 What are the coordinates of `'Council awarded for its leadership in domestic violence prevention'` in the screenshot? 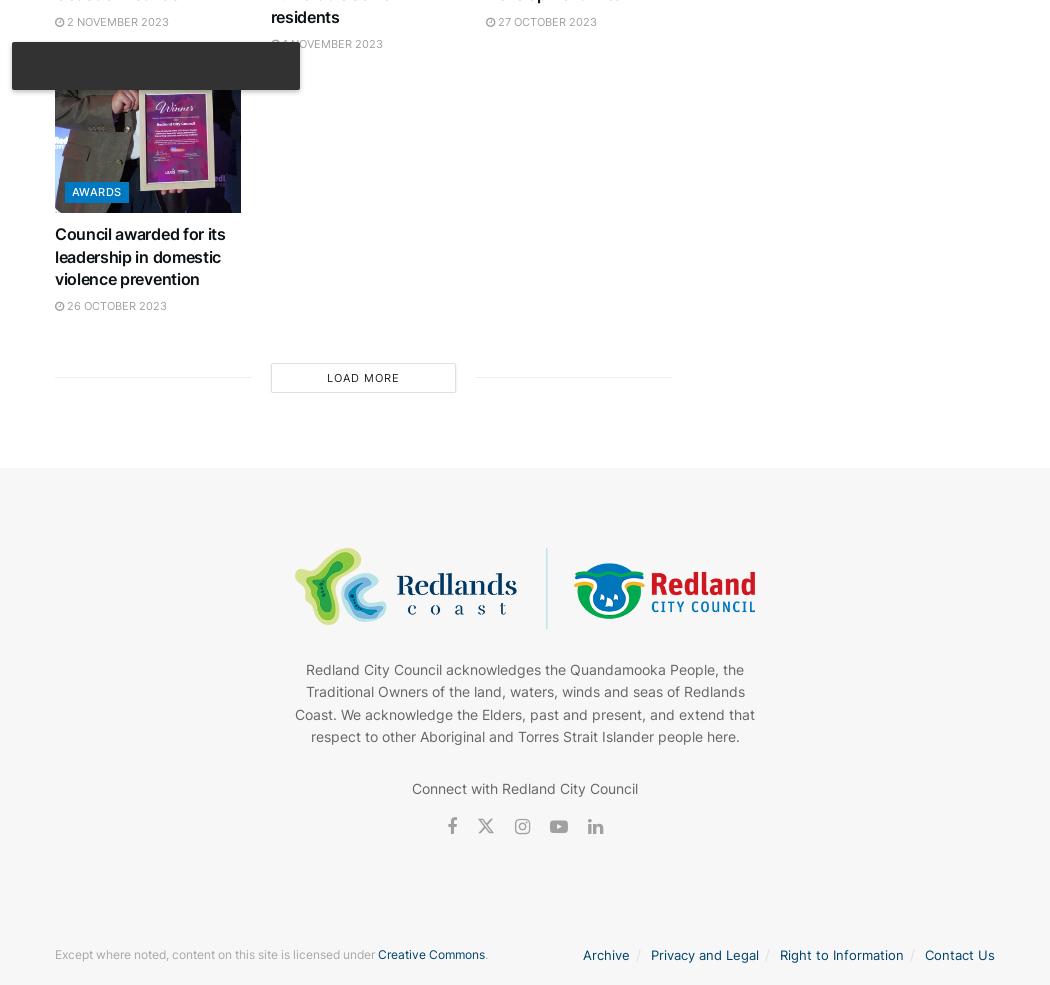 It's located at (138, 255).